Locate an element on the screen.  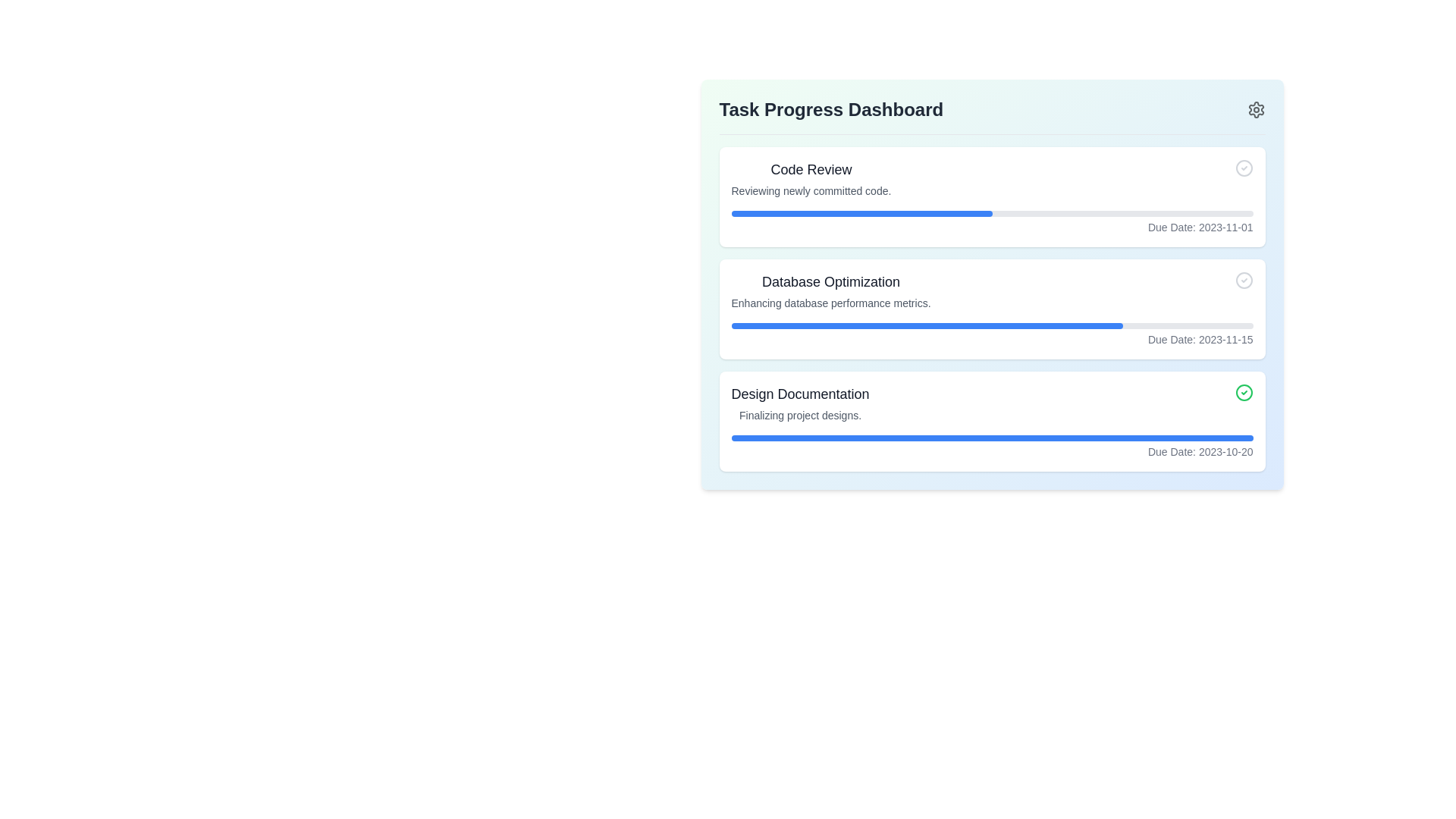
the progress bar located below the 'Database Optimization' label in the 'Task Progress Dashboard' card to visually interpret the progress of the task is located at coordinates (992, 325).